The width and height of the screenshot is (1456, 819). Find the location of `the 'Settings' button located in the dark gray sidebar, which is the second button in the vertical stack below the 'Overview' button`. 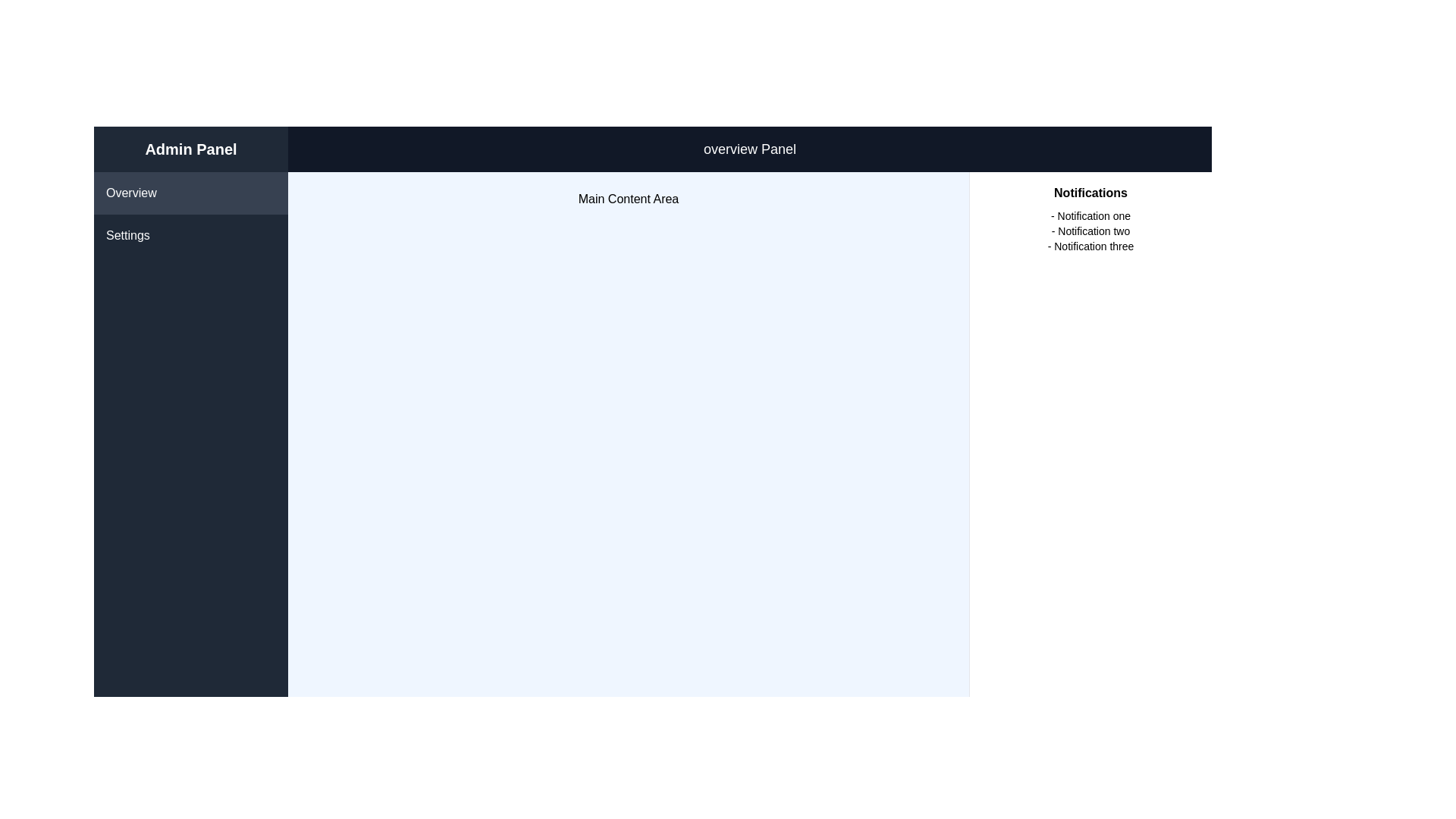

the 'Settings' button located in the dark gray sidebar, which is the second button in the vertical stack below the 'Overview' button is located at coordinates (190, 236).